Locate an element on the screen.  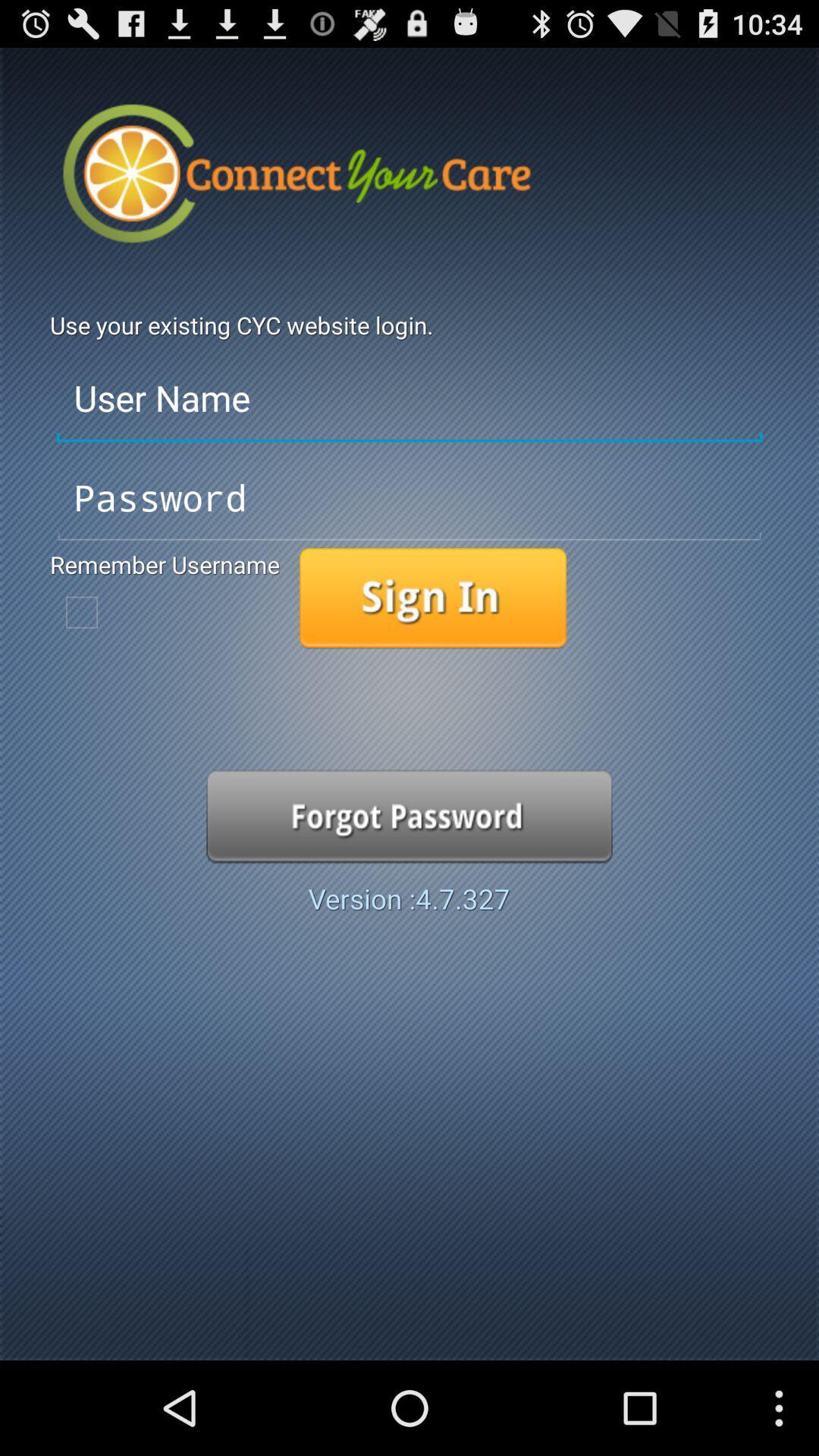
item next to the remember username item is located at coordinates (433, 598).